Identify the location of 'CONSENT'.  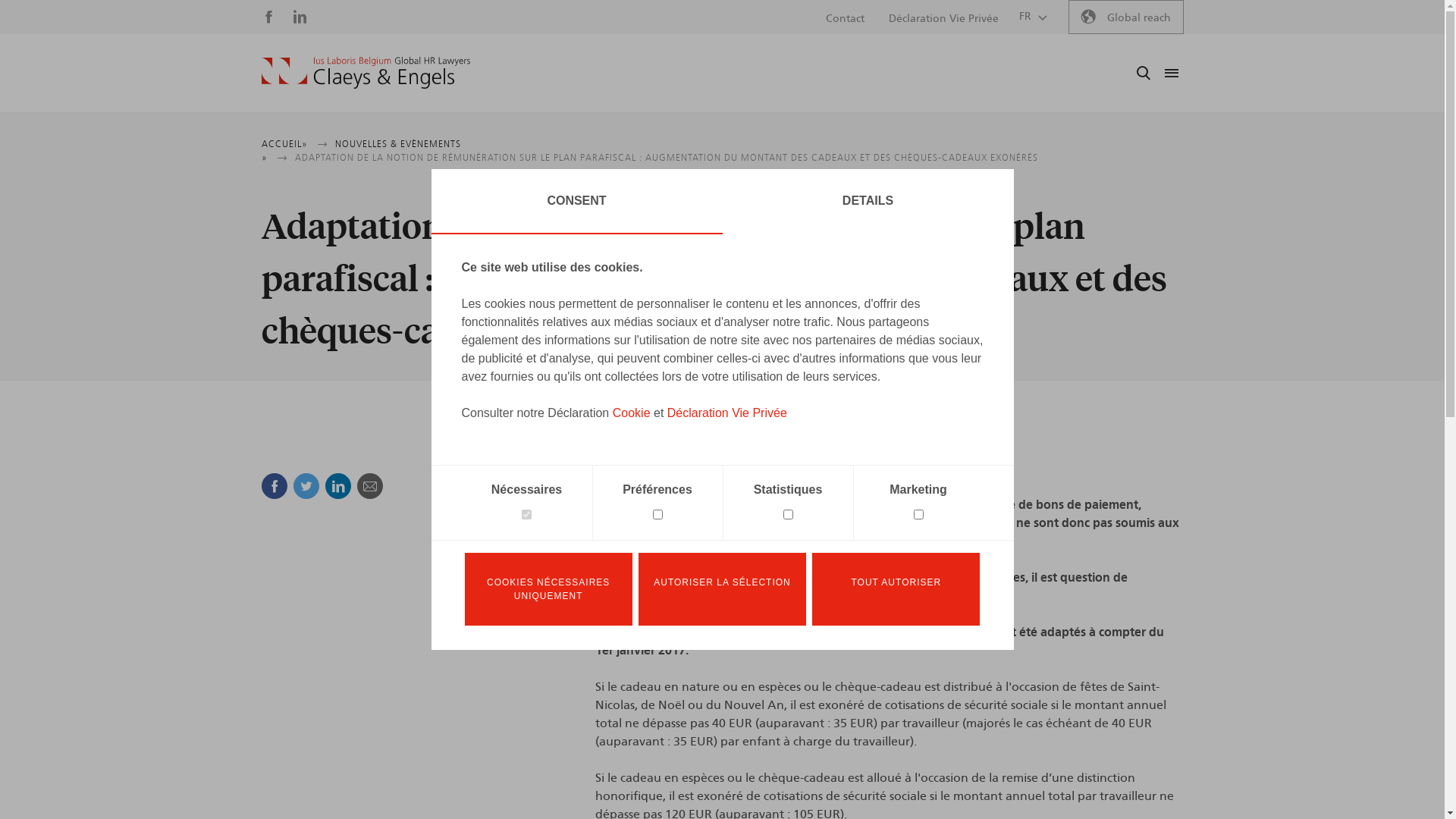
(575, 201).